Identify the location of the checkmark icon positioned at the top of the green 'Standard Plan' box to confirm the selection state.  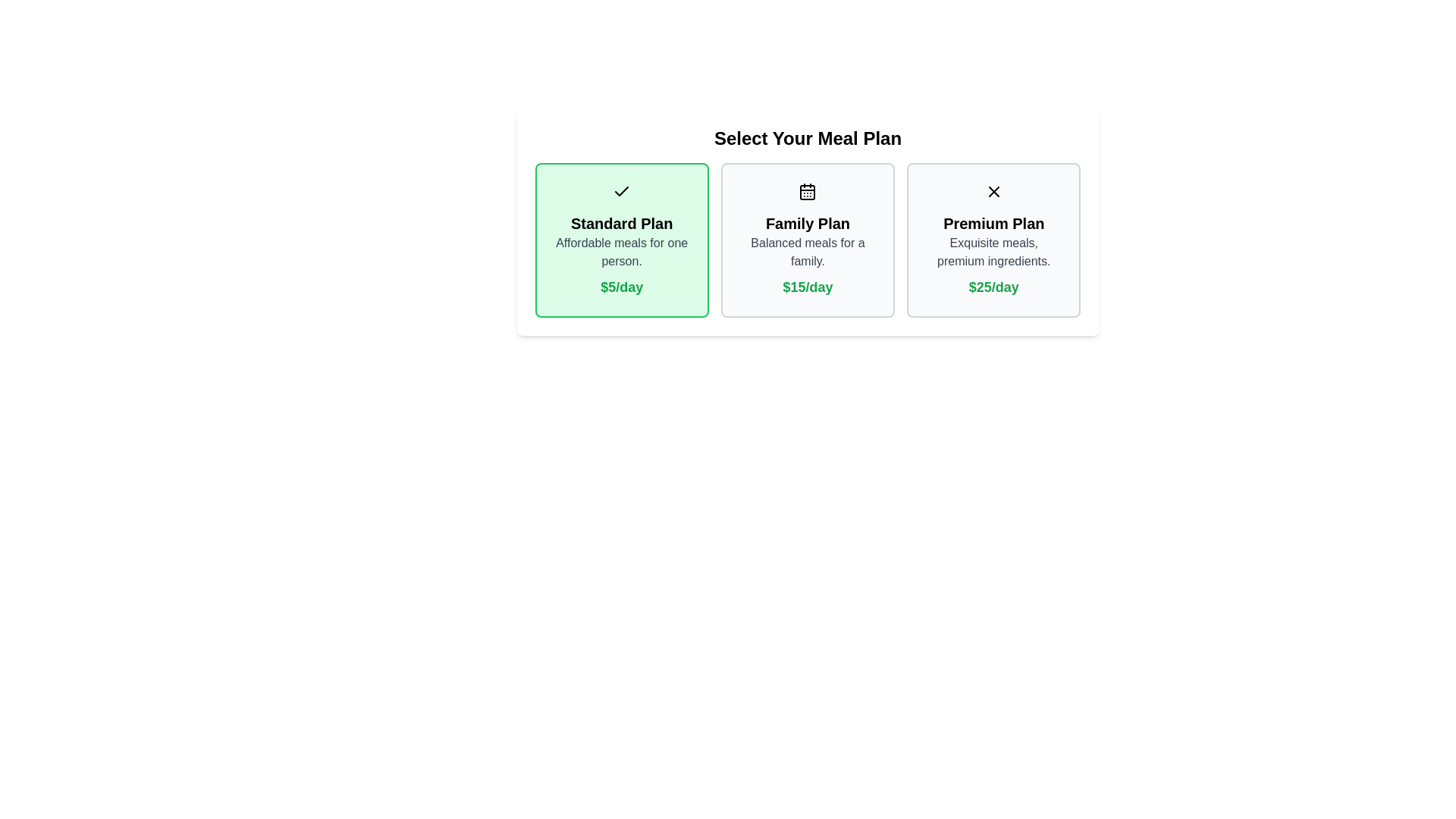
(622, 190).